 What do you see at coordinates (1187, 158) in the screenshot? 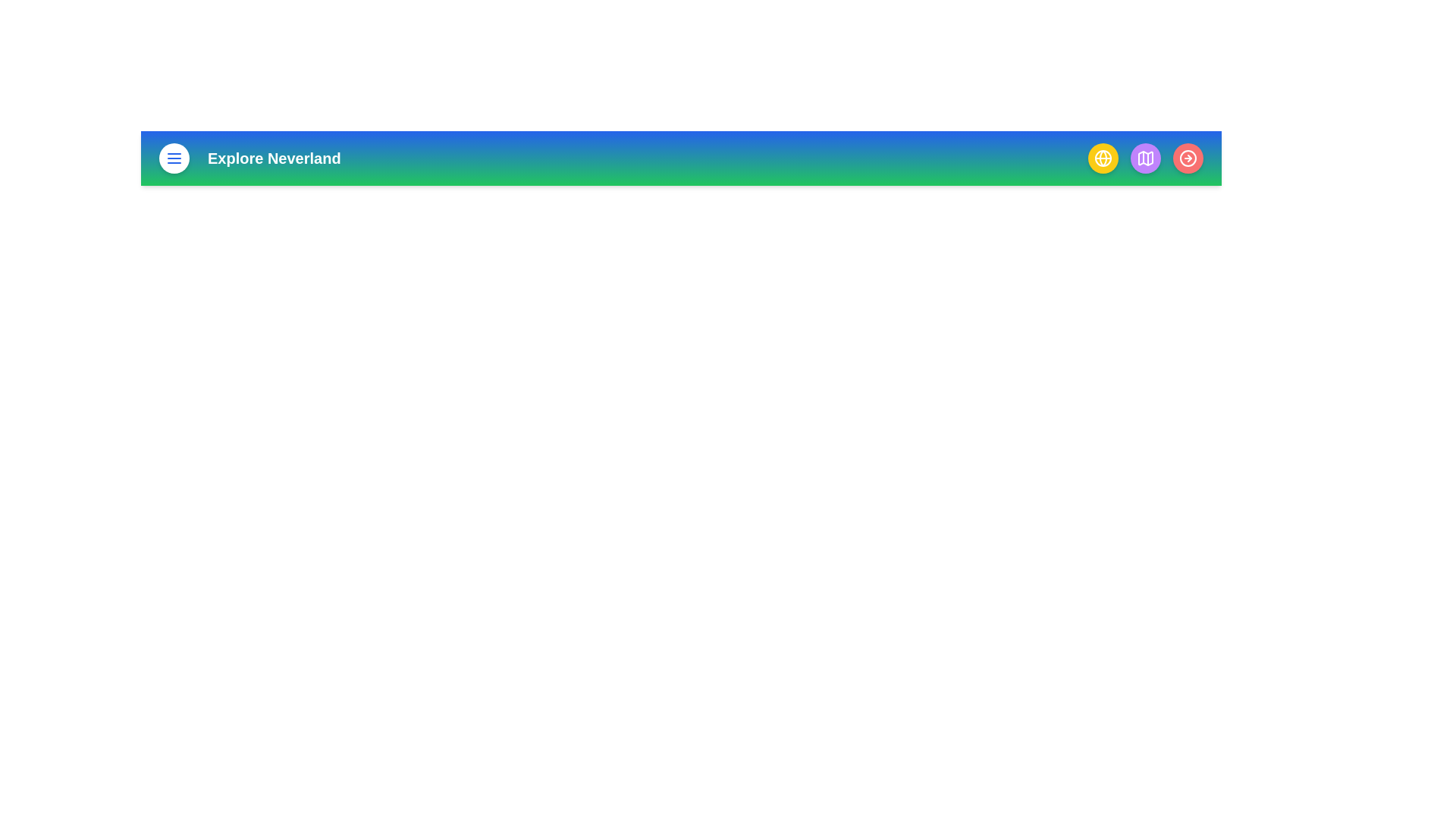
I see `red circular button with the white arrow icon to proceed to the next section` at bounding box center [1187, 158].